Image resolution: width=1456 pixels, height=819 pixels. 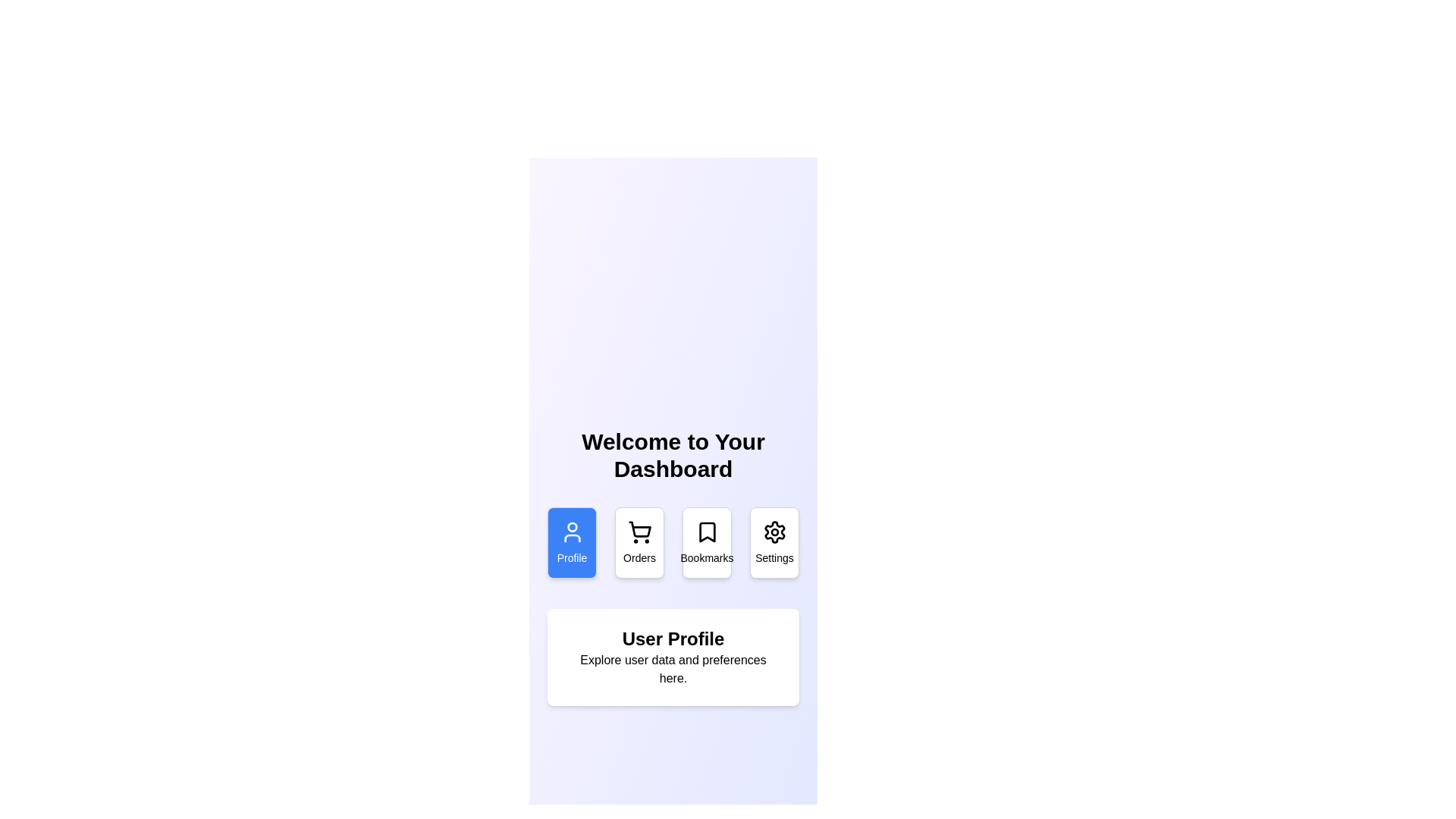 I want to click on the informational text block displaying 'User Profile' and 'Explore user data and preferences here.' by moving the cursor to its center, so click(x=673, y=657).